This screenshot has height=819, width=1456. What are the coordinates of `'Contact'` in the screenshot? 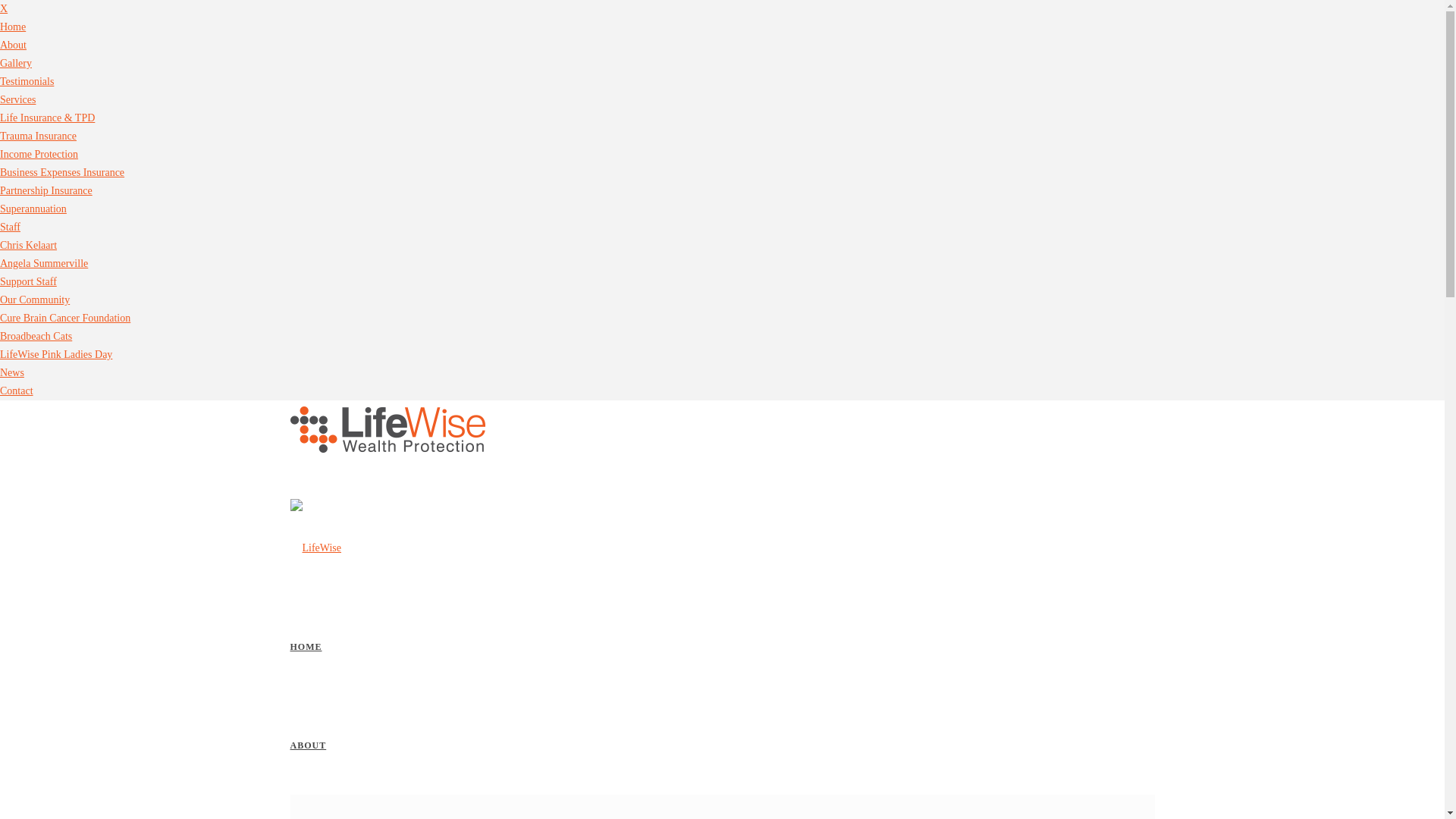 It's located at (17, 390).